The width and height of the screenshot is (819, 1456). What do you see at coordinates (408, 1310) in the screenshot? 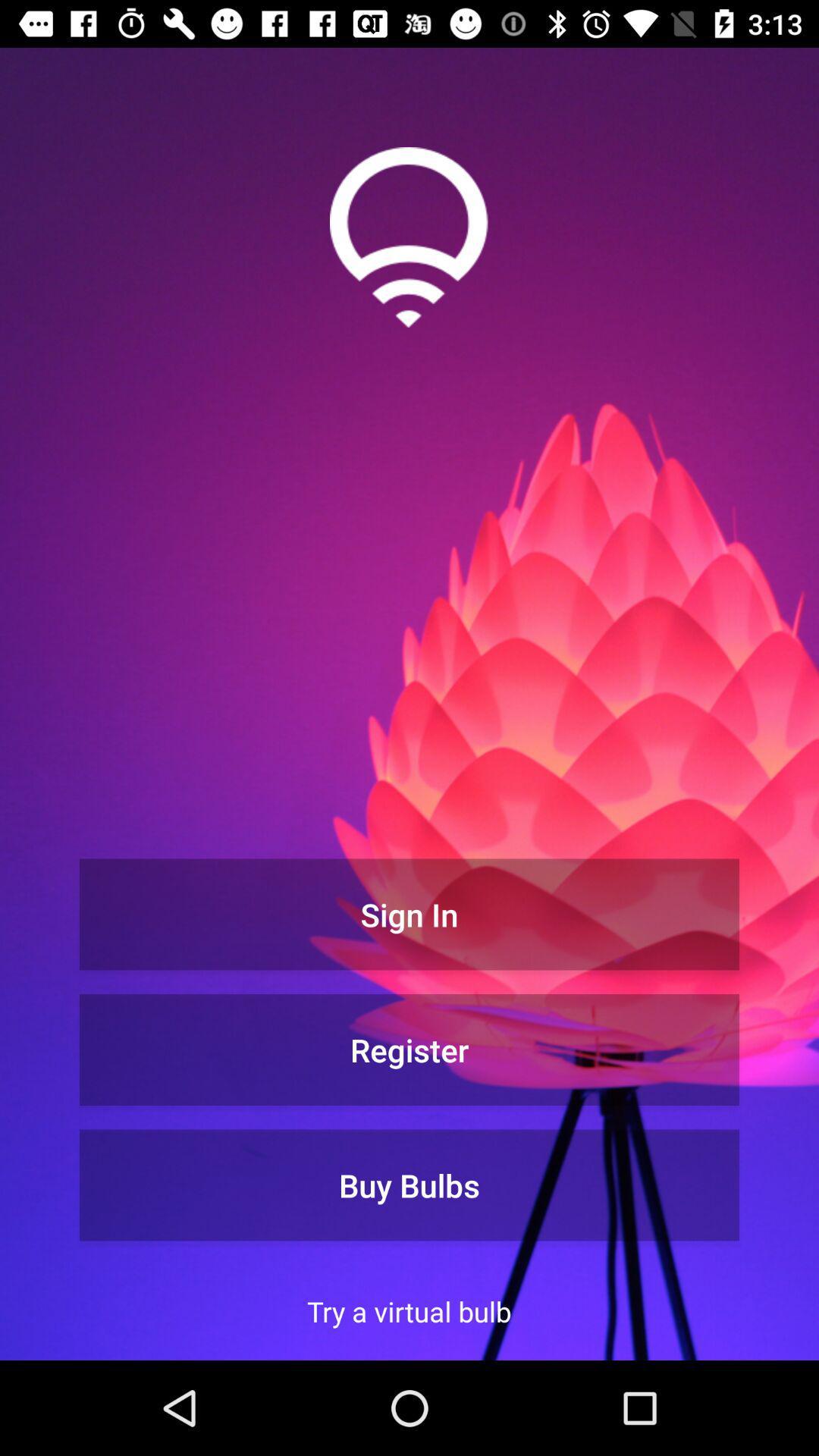
I see `try a virtual item` at bounding box center [408, 1310].